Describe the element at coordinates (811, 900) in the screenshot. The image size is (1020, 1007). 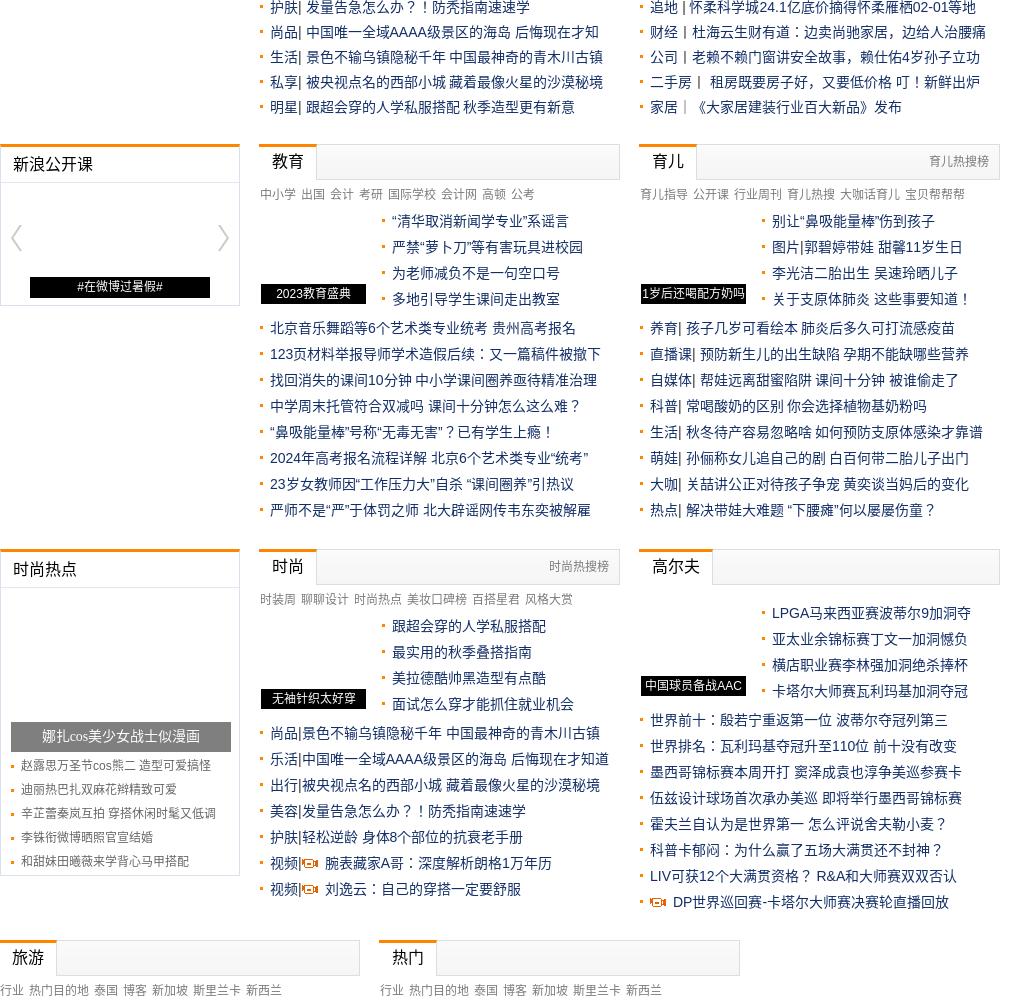
I see `'DP世界巡回赛-卡塔尔大师赛决赛轮直播回放'` at that location.